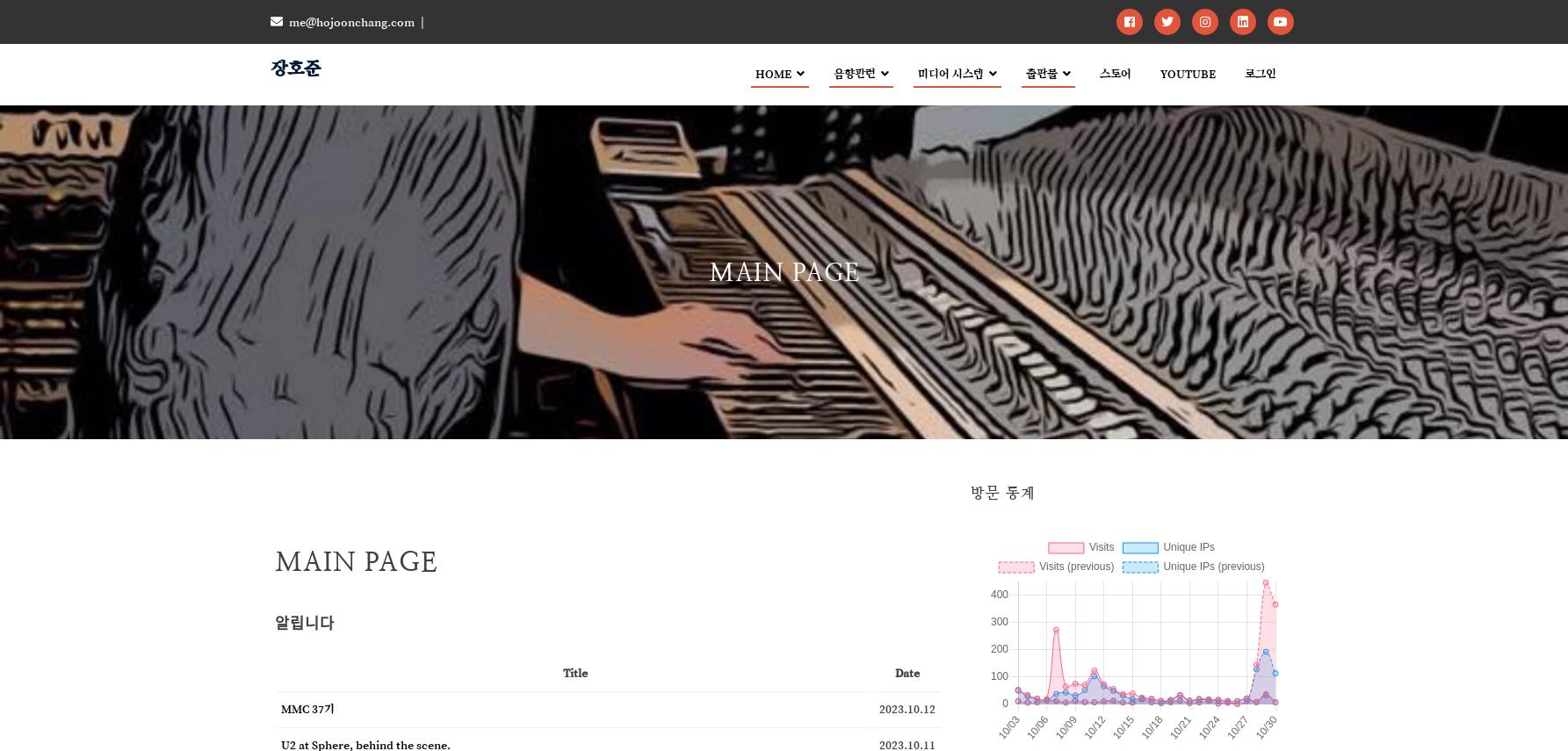 The image size is (1568, 751). What do you see at coordinates (561, 670) in the screenshot?
I see `'Title'` at bounding box center [561, 670].